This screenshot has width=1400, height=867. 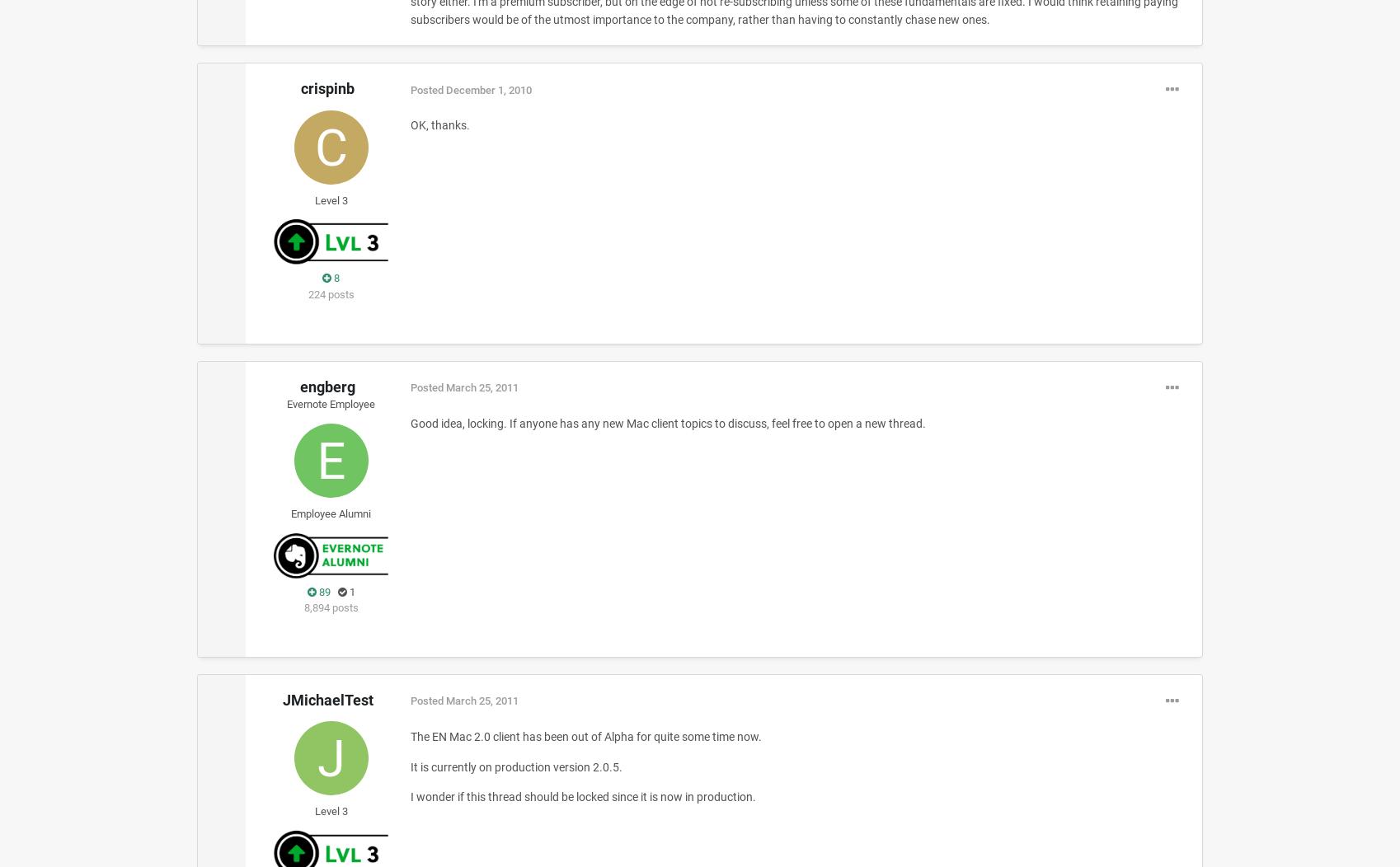 What do you see at coordinates (409, 765) in the screenshot?
I see `'It is currently on production version 2.0.5.'` at bounding box center [409, 765].